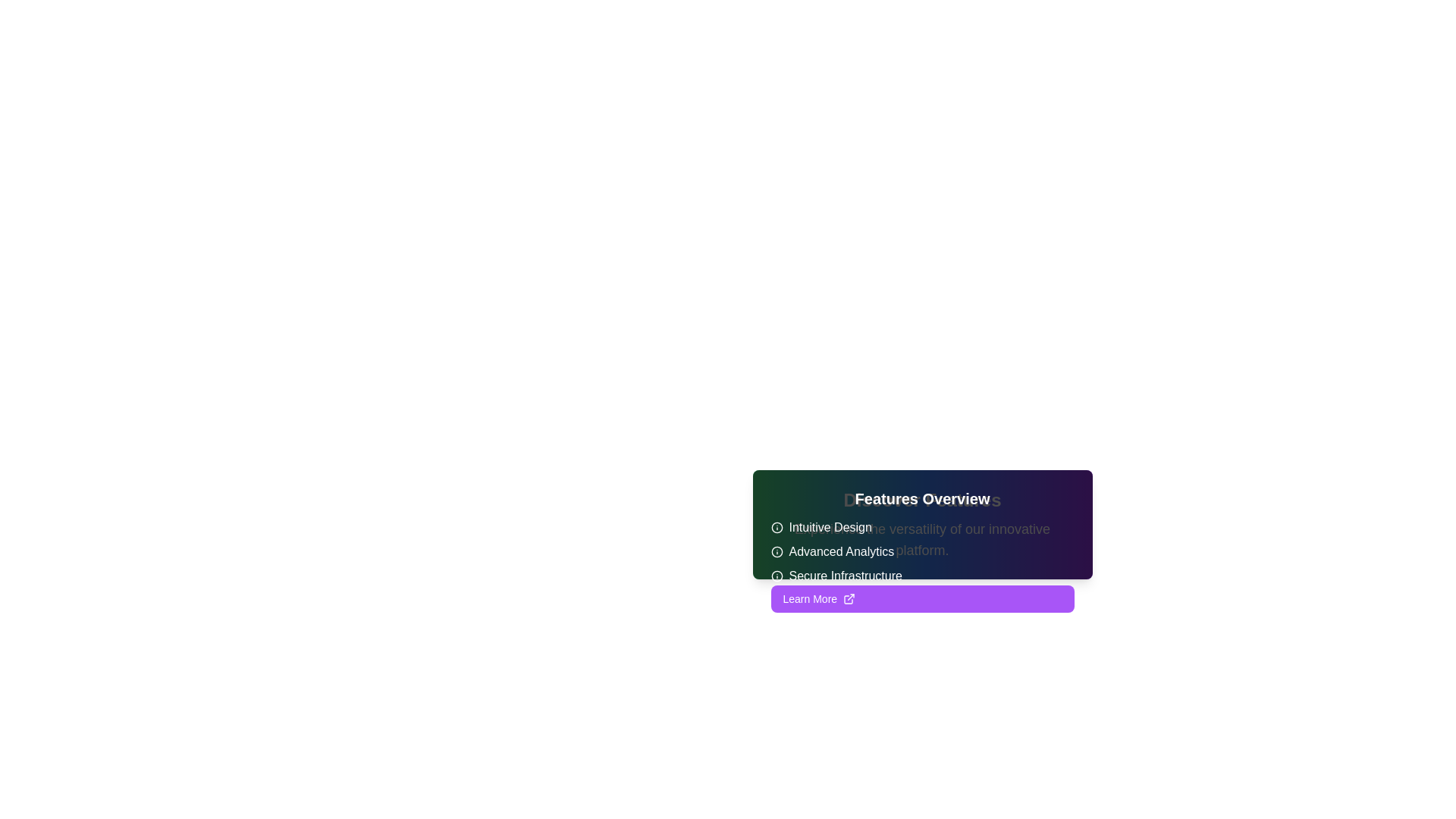 This screenshot has height=819, width=1456. Describe the element at coordinates (777, 576) in the screenshot. I see `the decorative vector graphic component that serves as an indicative icon next to the text 'Secure Infrastructure'` at that location.